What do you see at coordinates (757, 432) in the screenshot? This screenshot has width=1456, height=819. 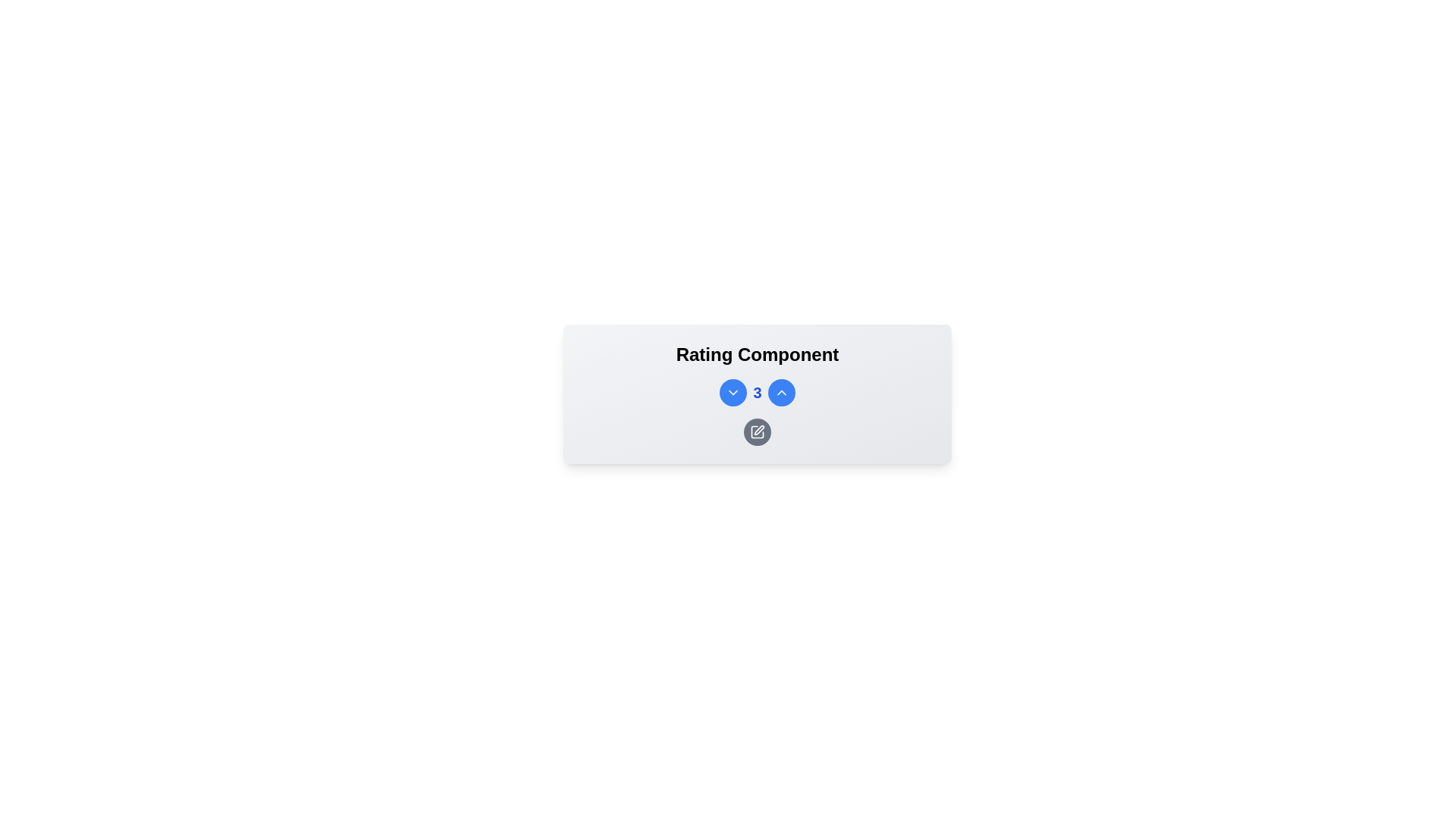 I see `the circular button with a gray background and a white icon resembling a square with a pen, located beneath the central number '3' in the rating component for keyboard navigation` at bounding box center [757, 432].